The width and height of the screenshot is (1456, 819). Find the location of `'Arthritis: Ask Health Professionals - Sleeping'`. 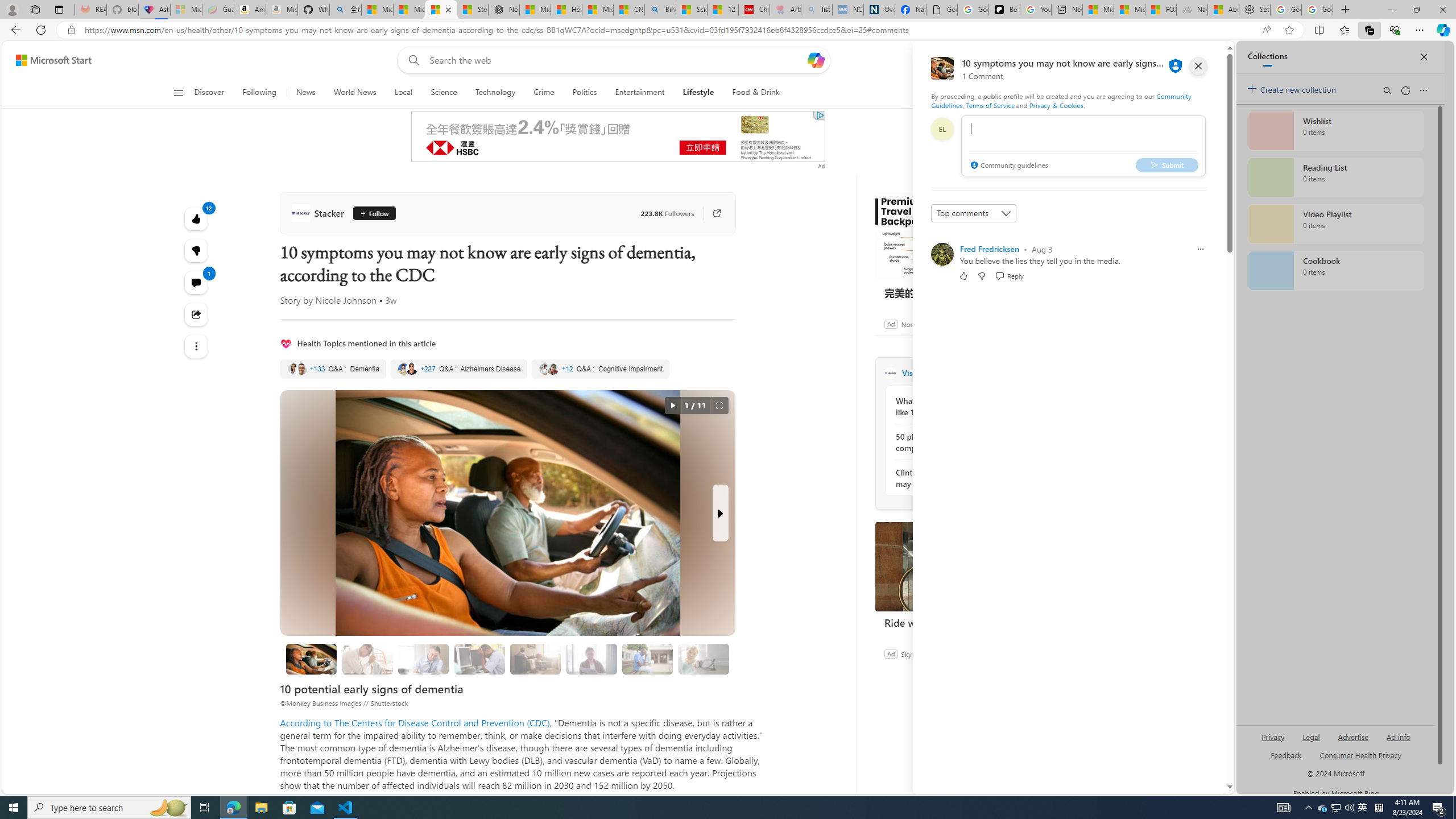

'Arthritis: Ask Health Professionals - Sleeping' is located at coordinates (785, 9).